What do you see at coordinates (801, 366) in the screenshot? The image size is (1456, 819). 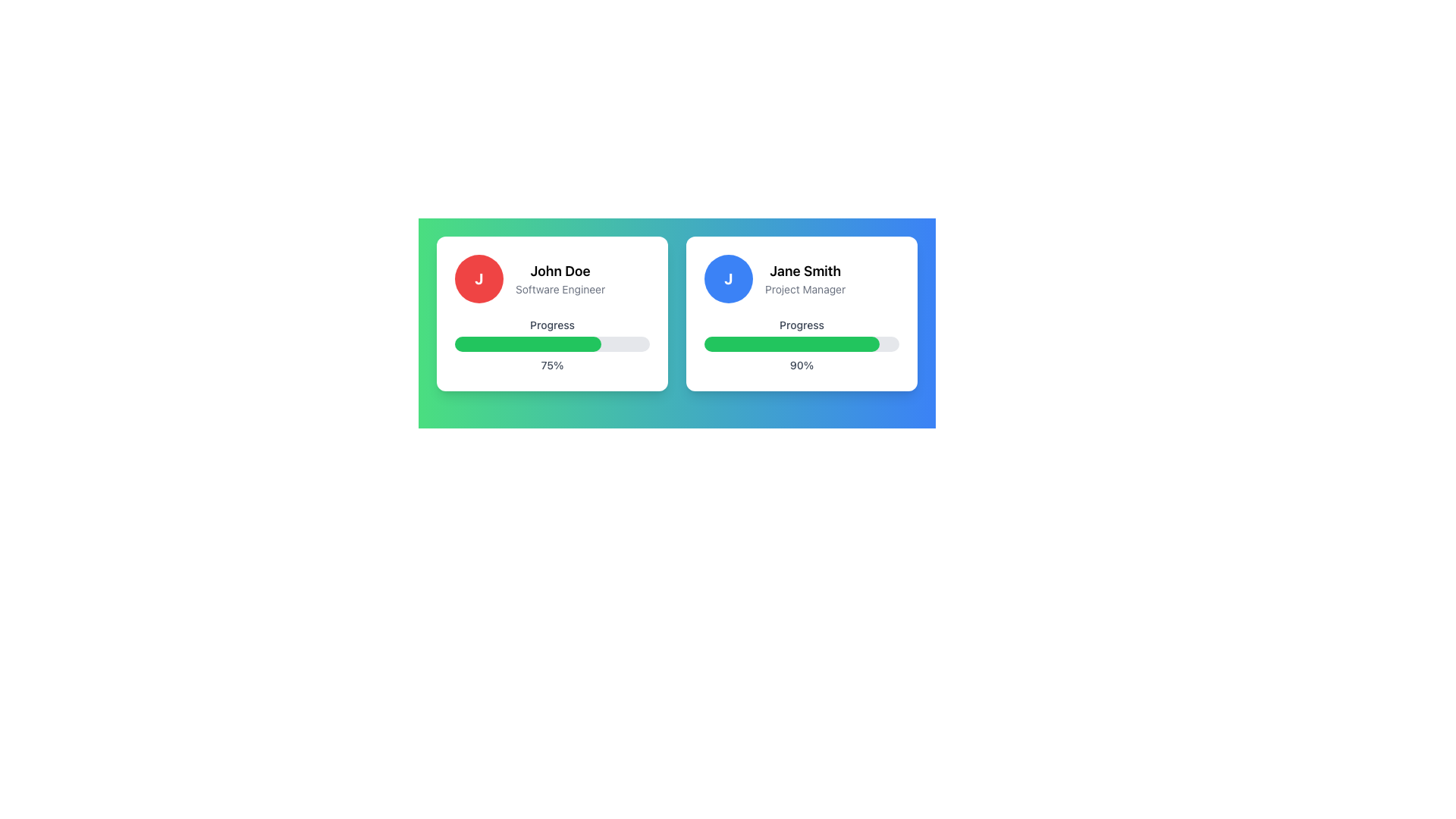 I see `the static text displaying '90%' which is styled in gray and located below the green progress bar in the right card of a two-card layout` at bounding box center [801, 366].